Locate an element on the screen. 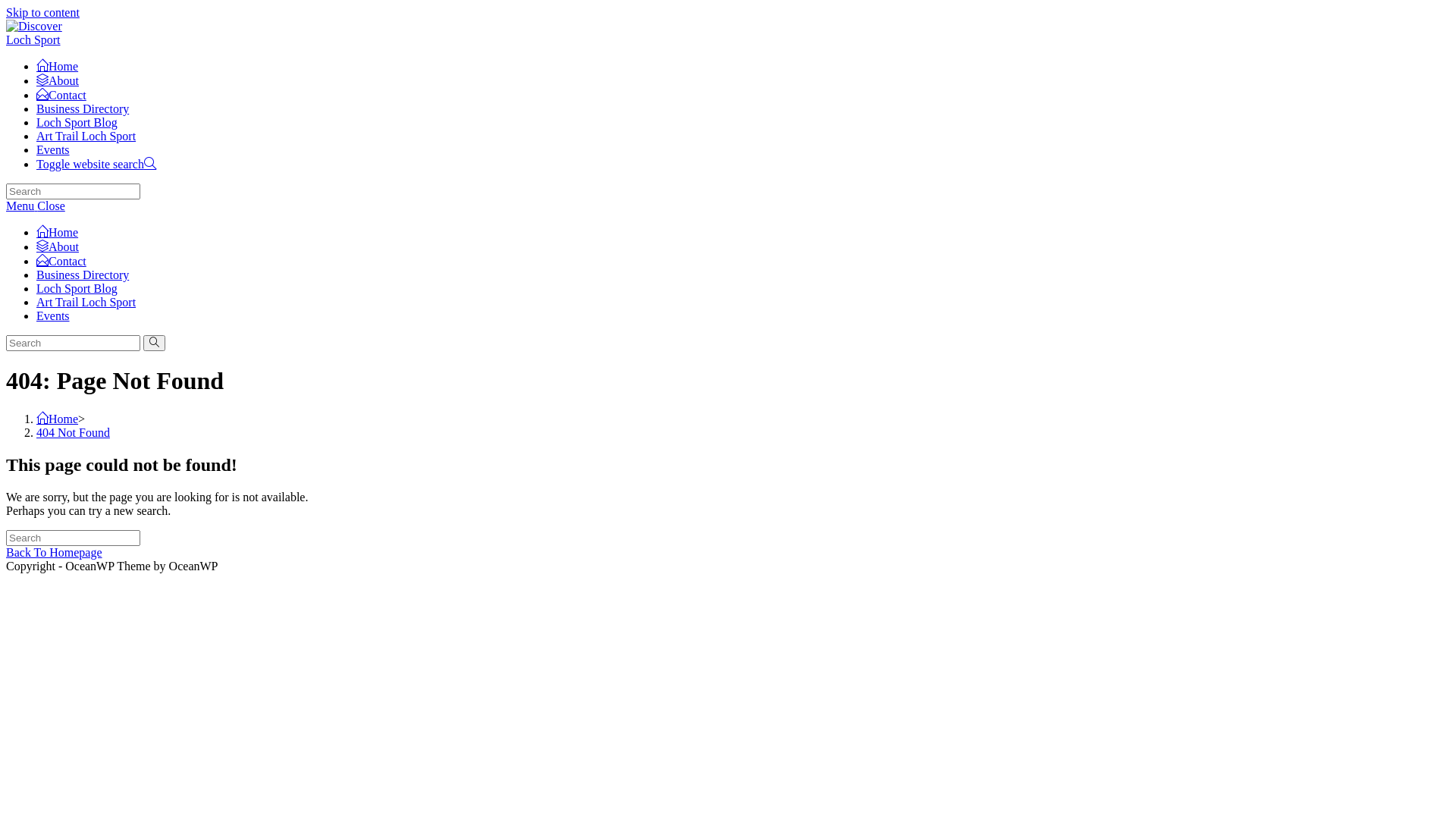 This screenshot has width=1456, height=819. 'Skip to content' is located at coordinates (42, 12).